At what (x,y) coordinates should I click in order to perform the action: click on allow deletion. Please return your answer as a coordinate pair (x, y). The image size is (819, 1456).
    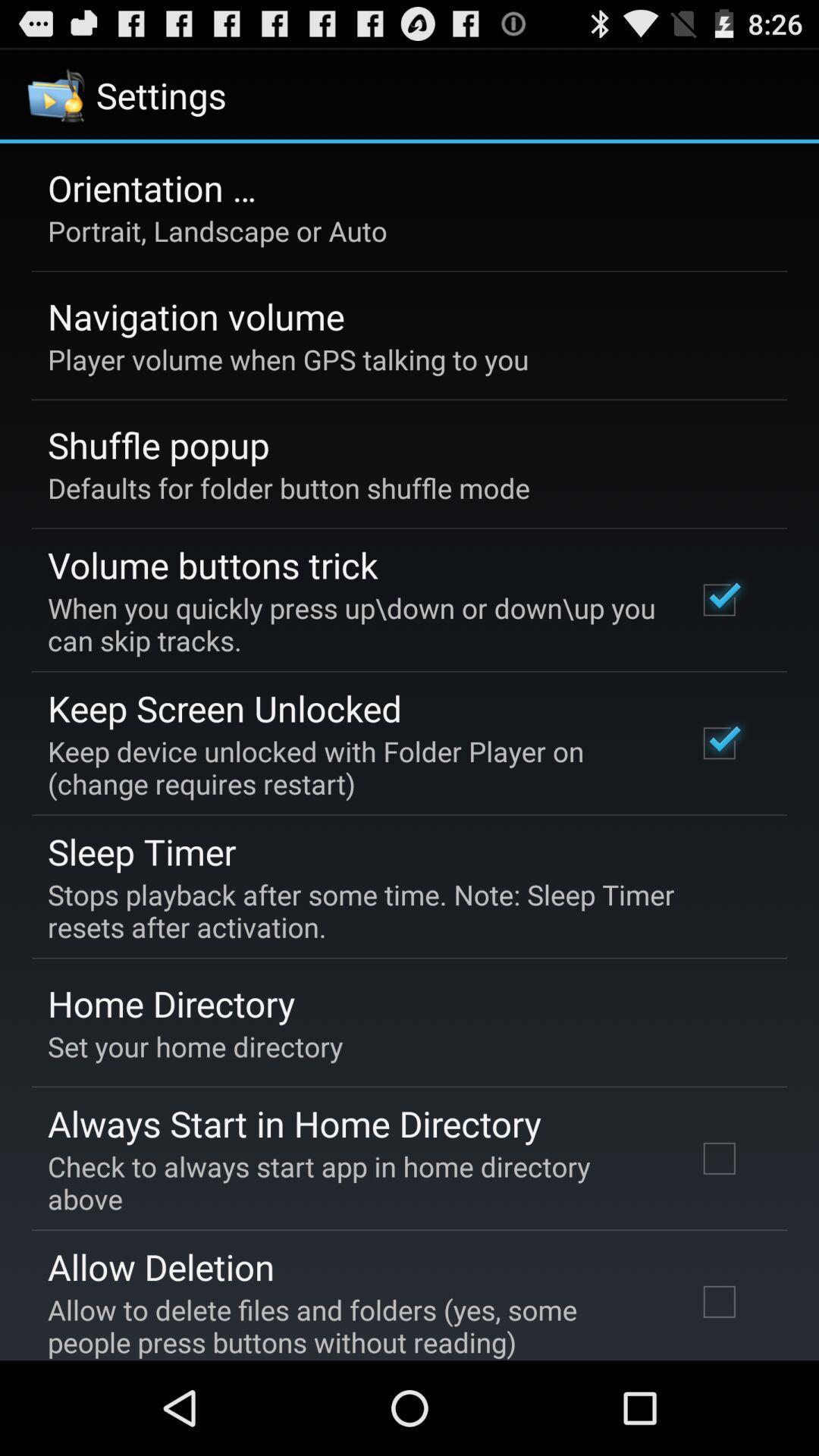
    Looking at the image, I should click on (161, 1266).